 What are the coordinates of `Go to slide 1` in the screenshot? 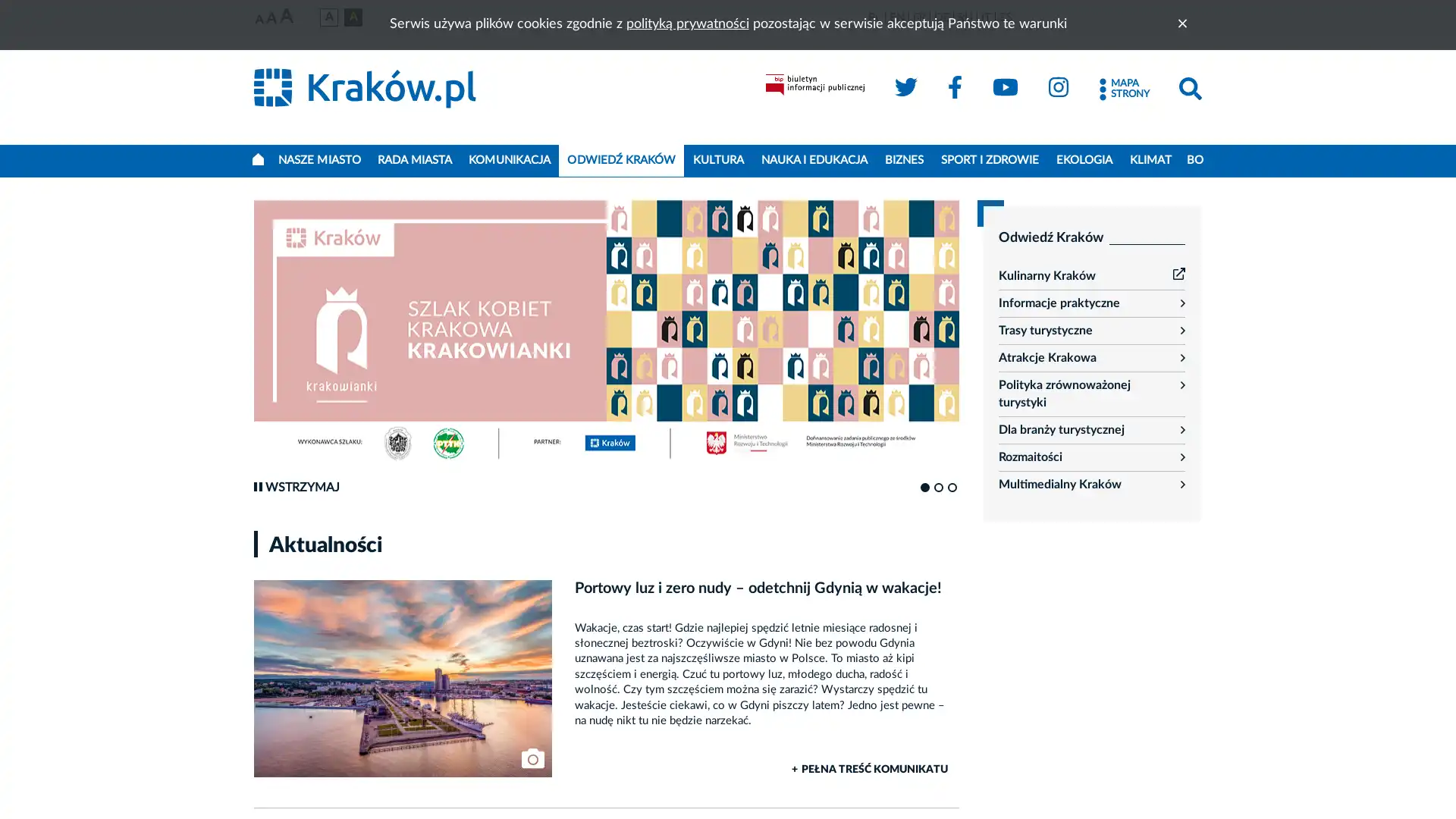 It's located at (924, 488).